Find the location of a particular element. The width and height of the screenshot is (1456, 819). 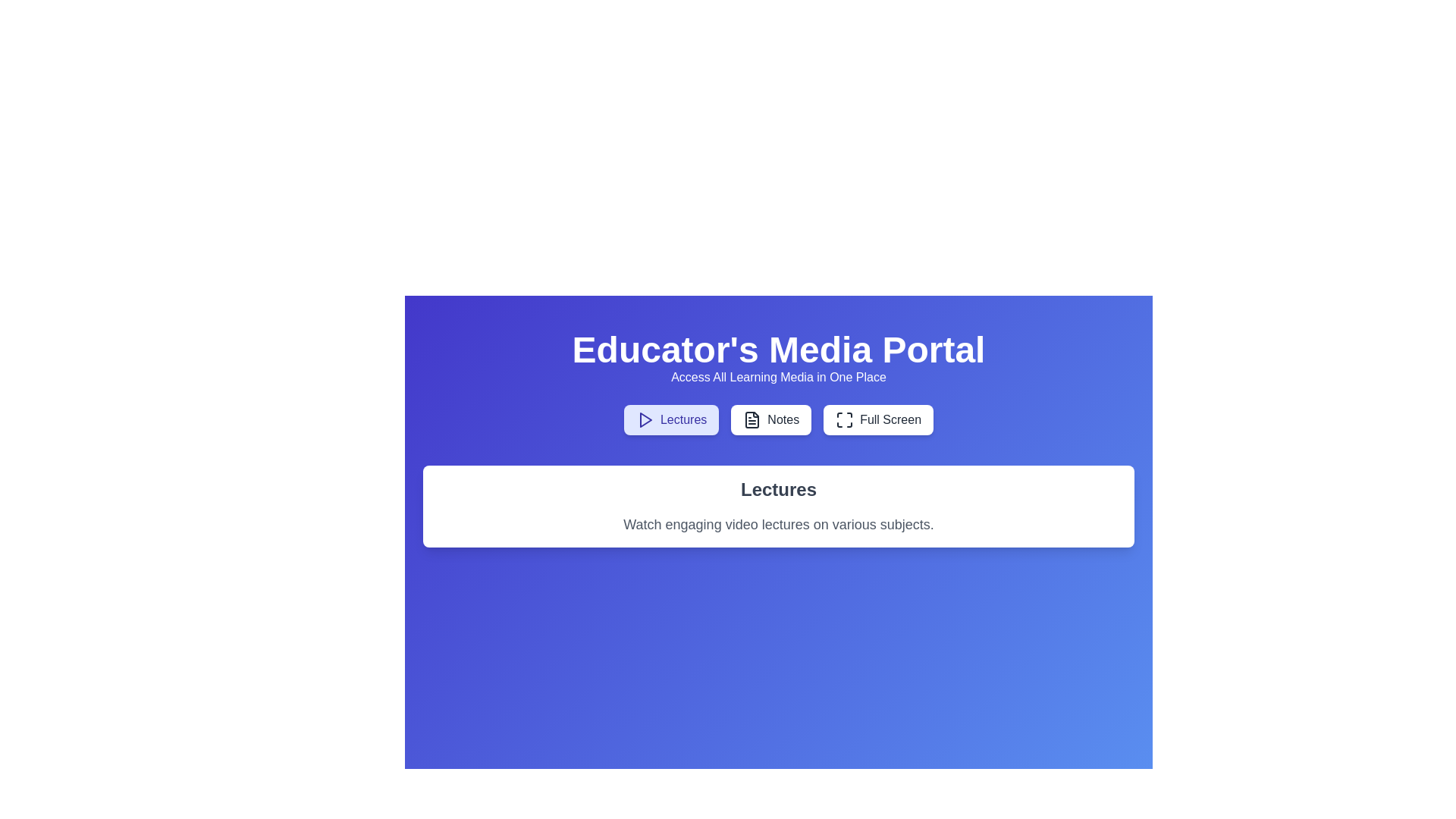

the tab labeled Lectures is located at coordinates (670, 420).